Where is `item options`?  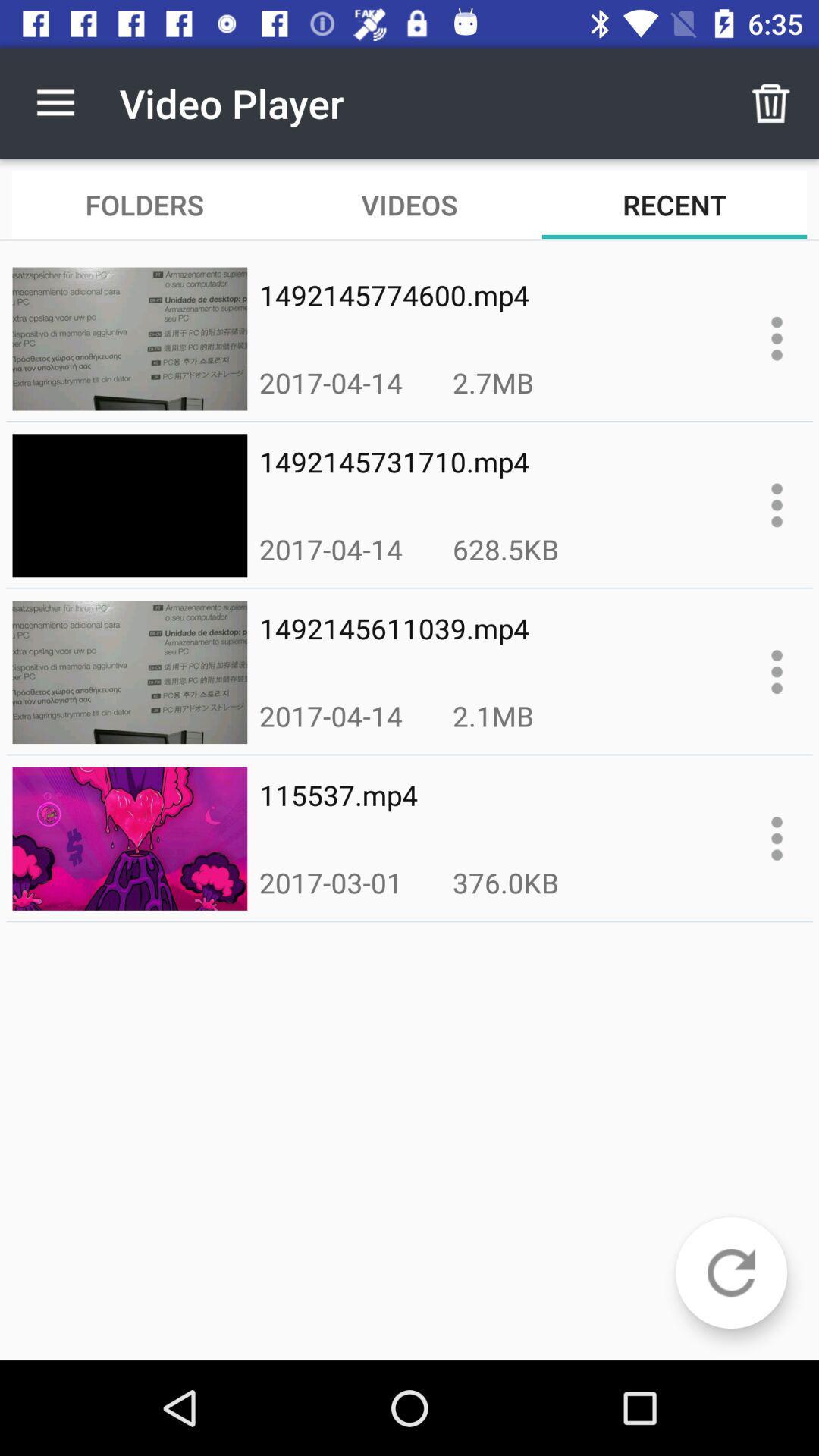 item options is located at coordinates (777, 337).